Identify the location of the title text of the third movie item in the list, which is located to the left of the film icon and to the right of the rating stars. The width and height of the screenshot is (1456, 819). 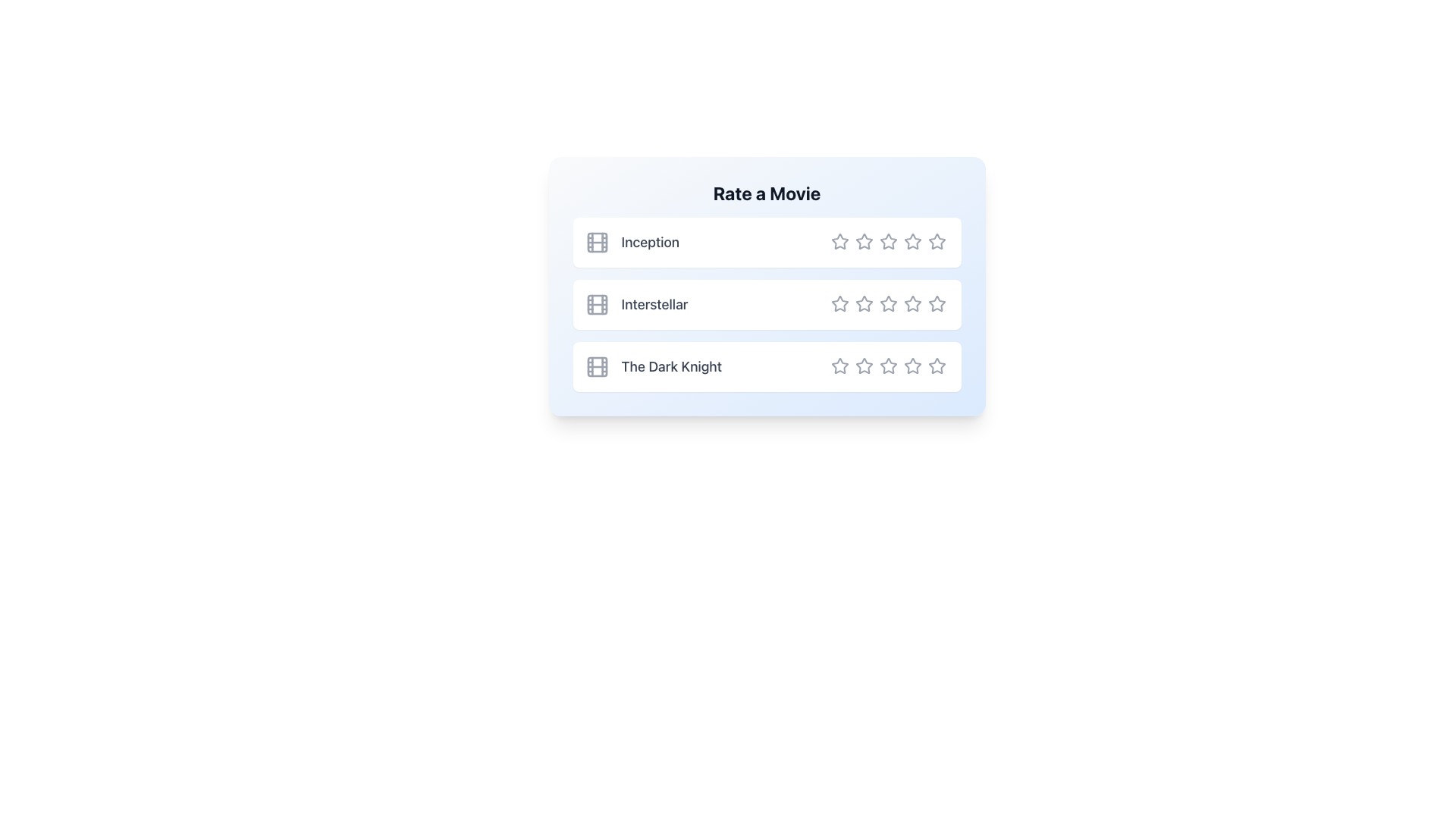
(670, 366).